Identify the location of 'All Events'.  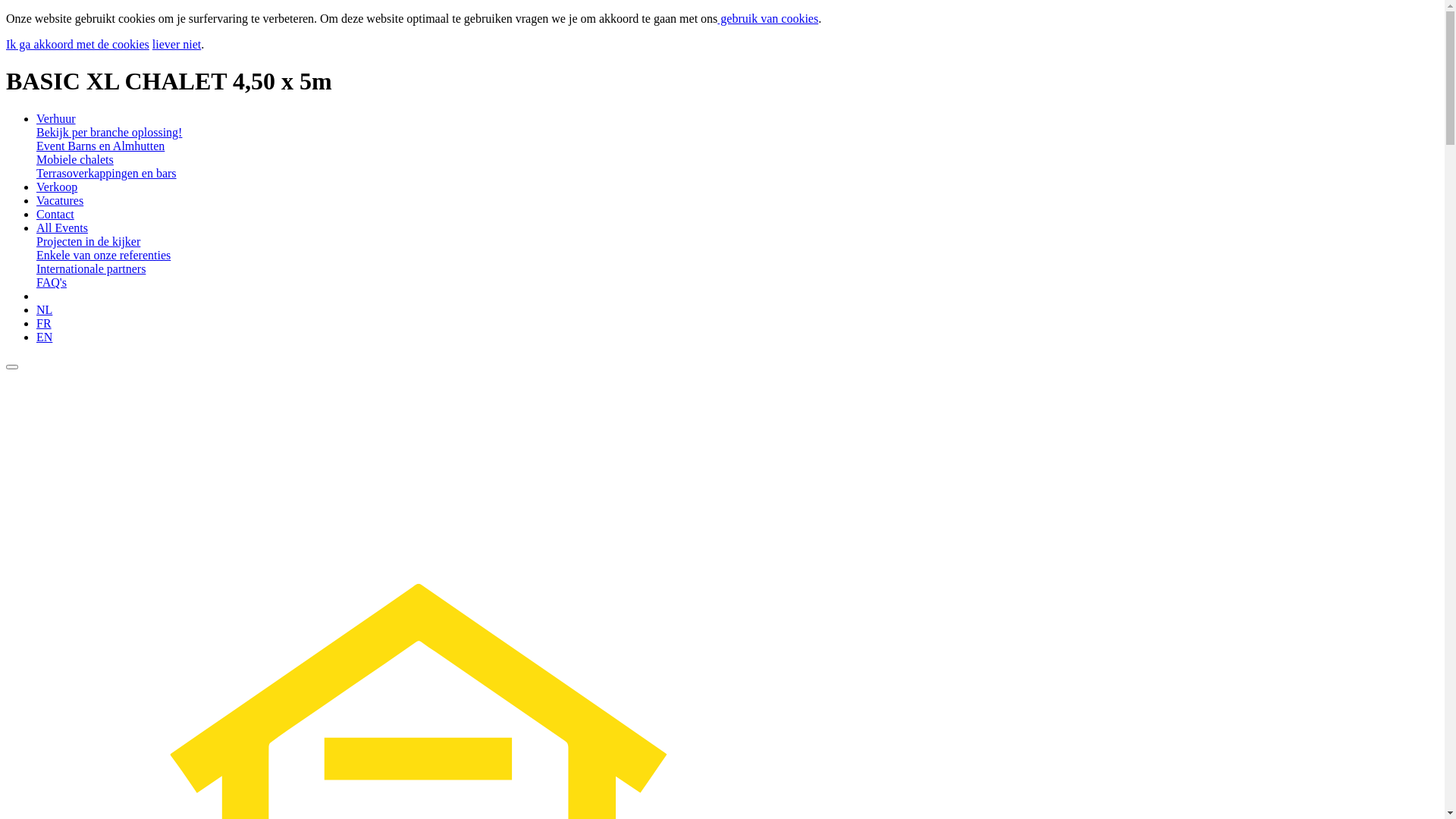
(61, 227).